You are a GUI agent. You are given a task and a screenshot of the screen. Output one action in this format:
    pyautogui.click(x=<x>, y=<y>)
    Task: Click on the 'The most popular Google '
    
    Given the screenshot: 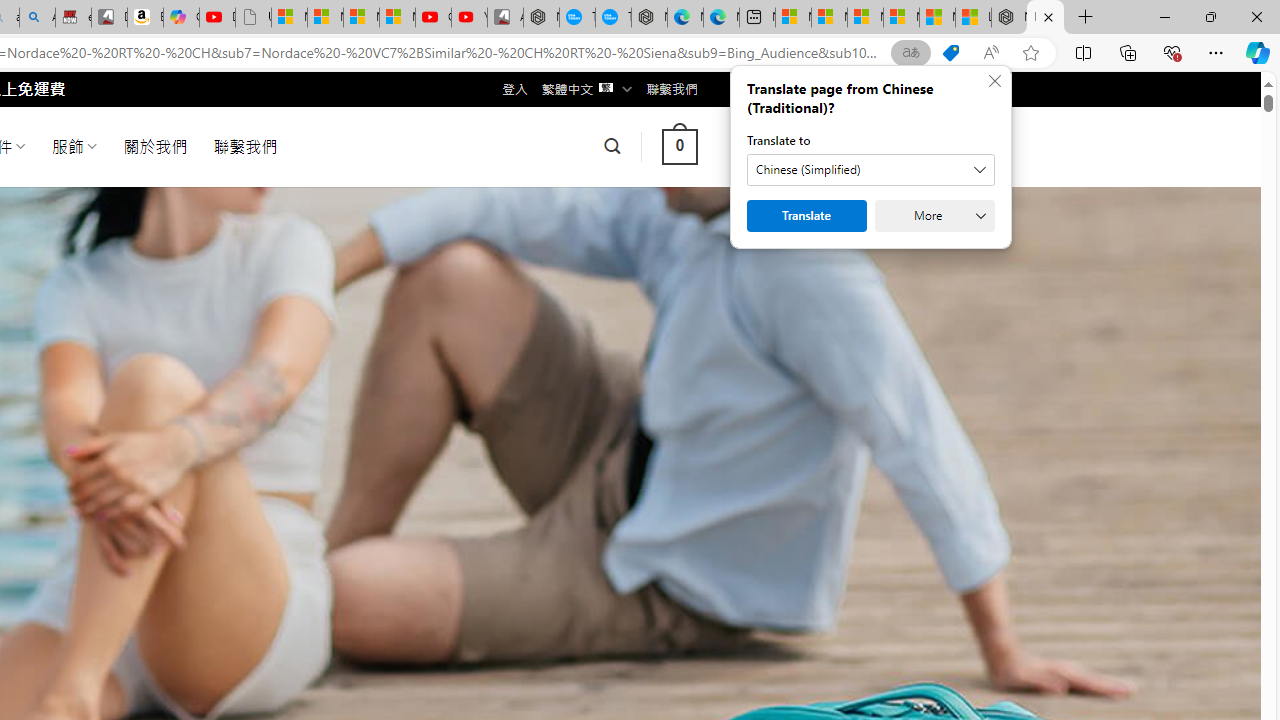 What is the action you would take?
    pyautogui.click(x=612, y=17)
    